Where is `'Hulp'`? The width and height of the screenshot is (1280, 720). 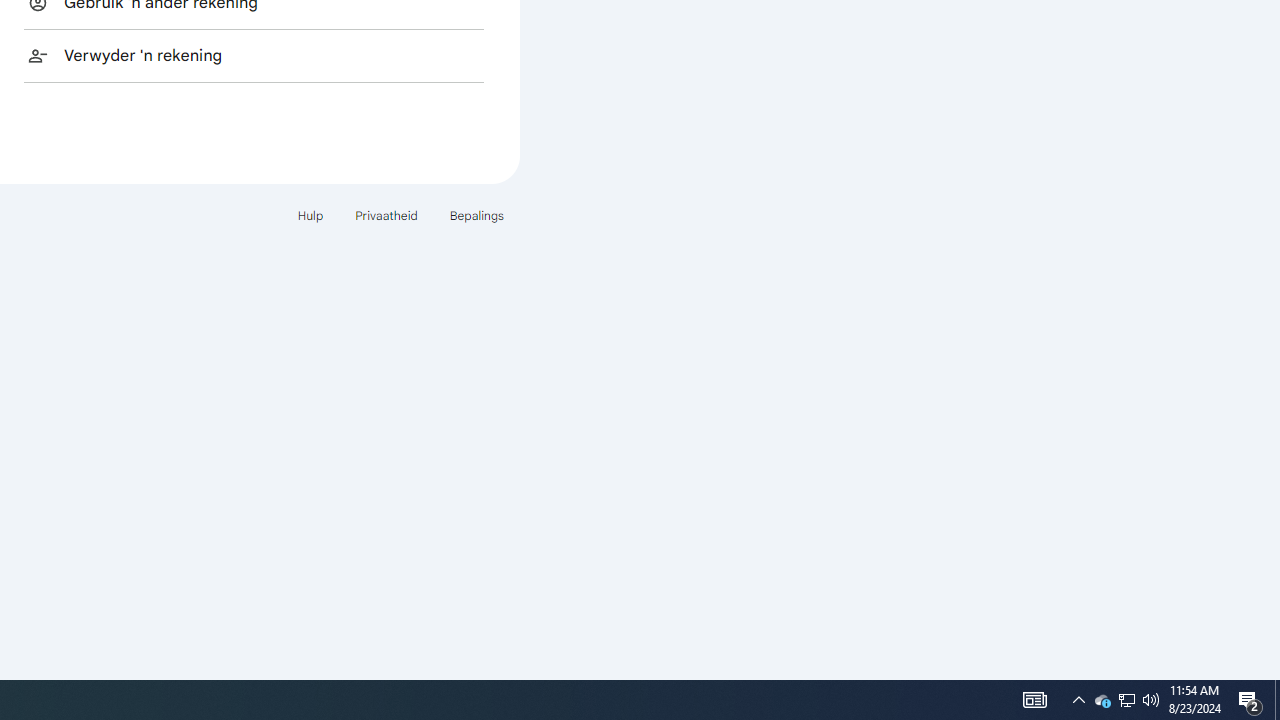
'Hulp' is located at coordinates (309, 215).